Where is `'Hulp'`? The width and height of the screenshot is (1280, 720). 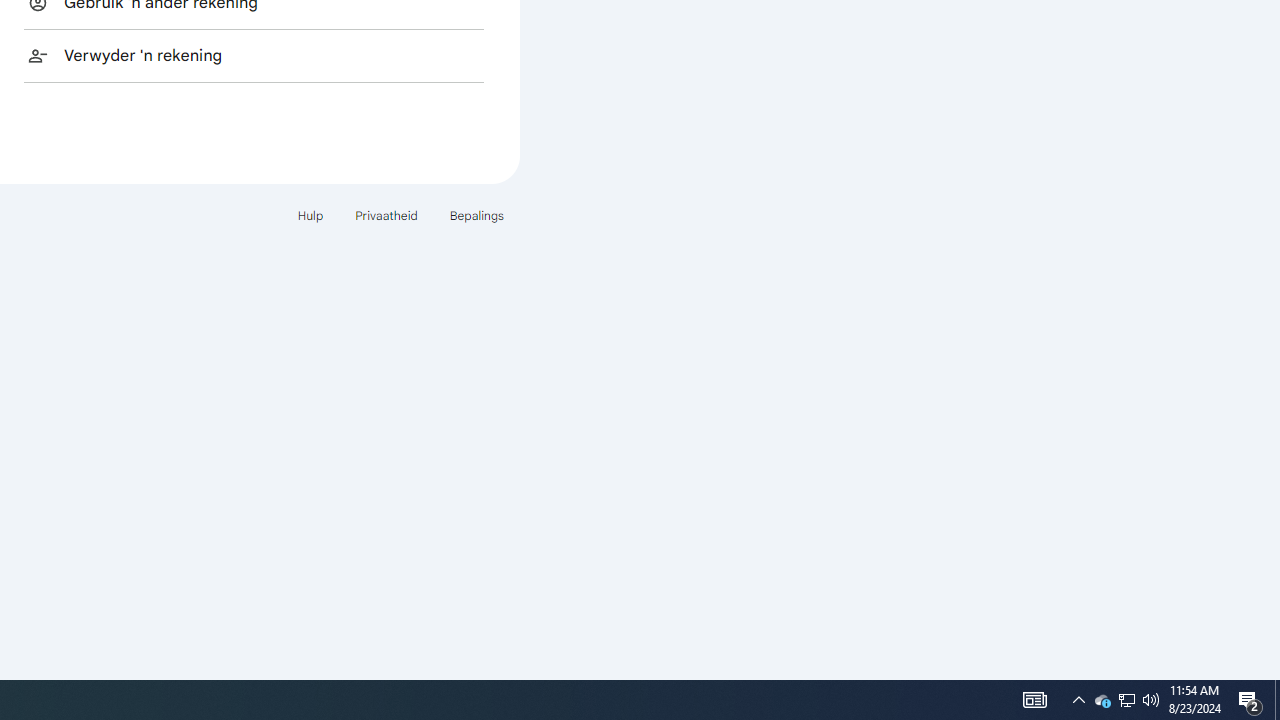
'Hulp' is located at coordinates (309, 215).